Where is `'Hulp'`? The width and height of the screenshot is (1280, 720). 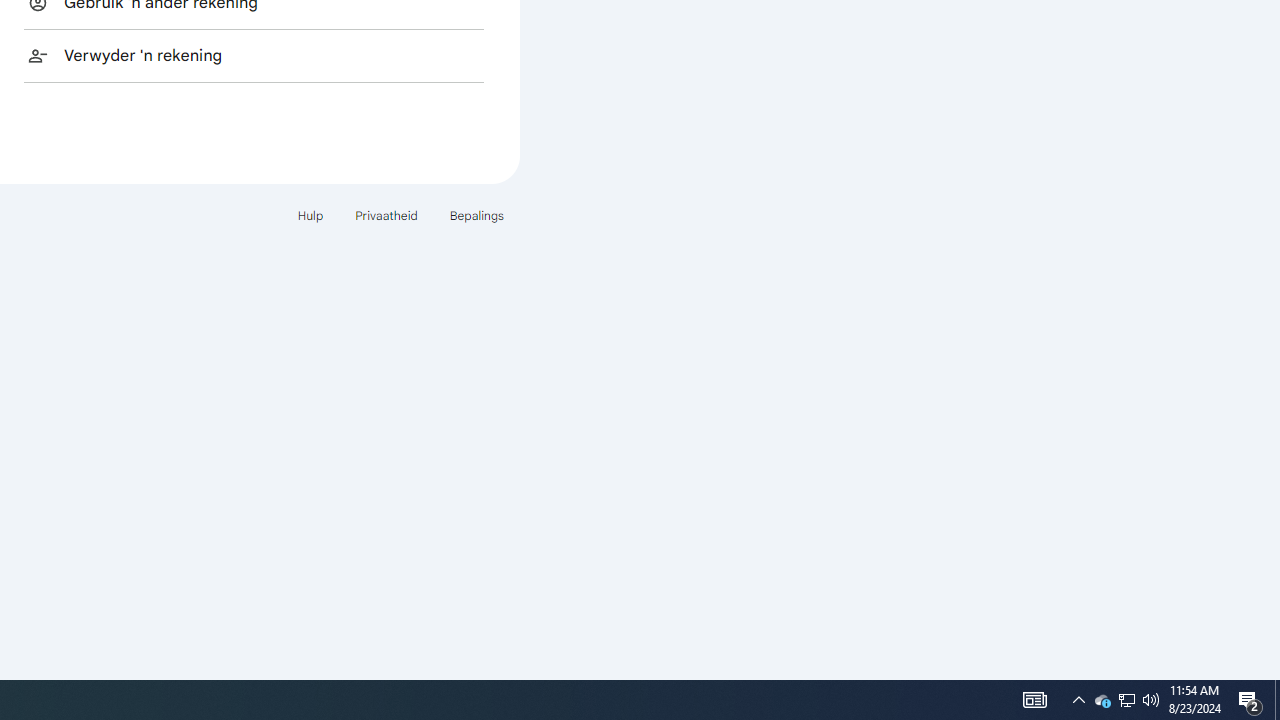
'Hulp' is located at coordinates (309, 215).